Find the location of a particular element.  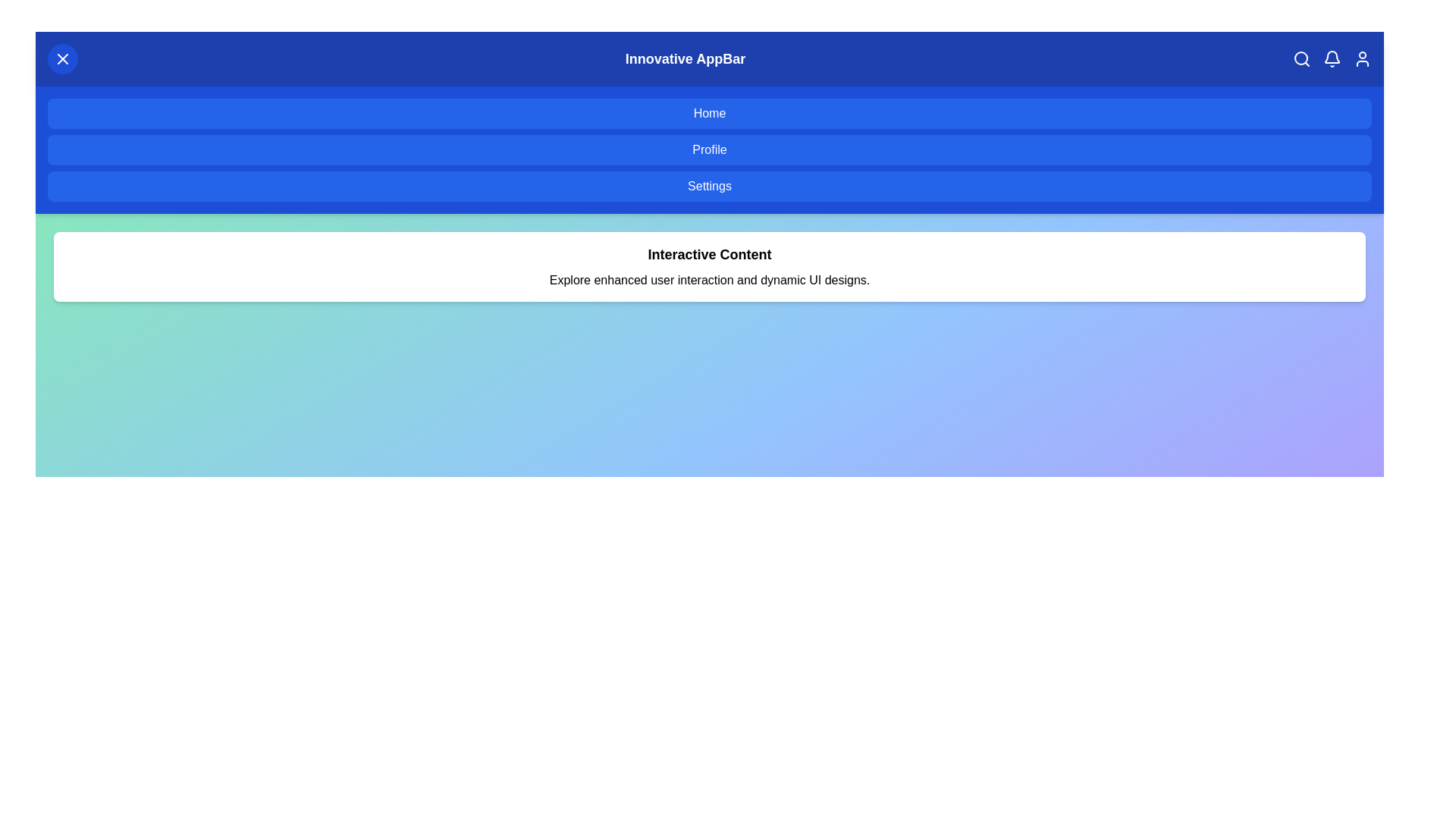

the navigation item Profile to navigate to the respective section is located at coordinates (709, 149).